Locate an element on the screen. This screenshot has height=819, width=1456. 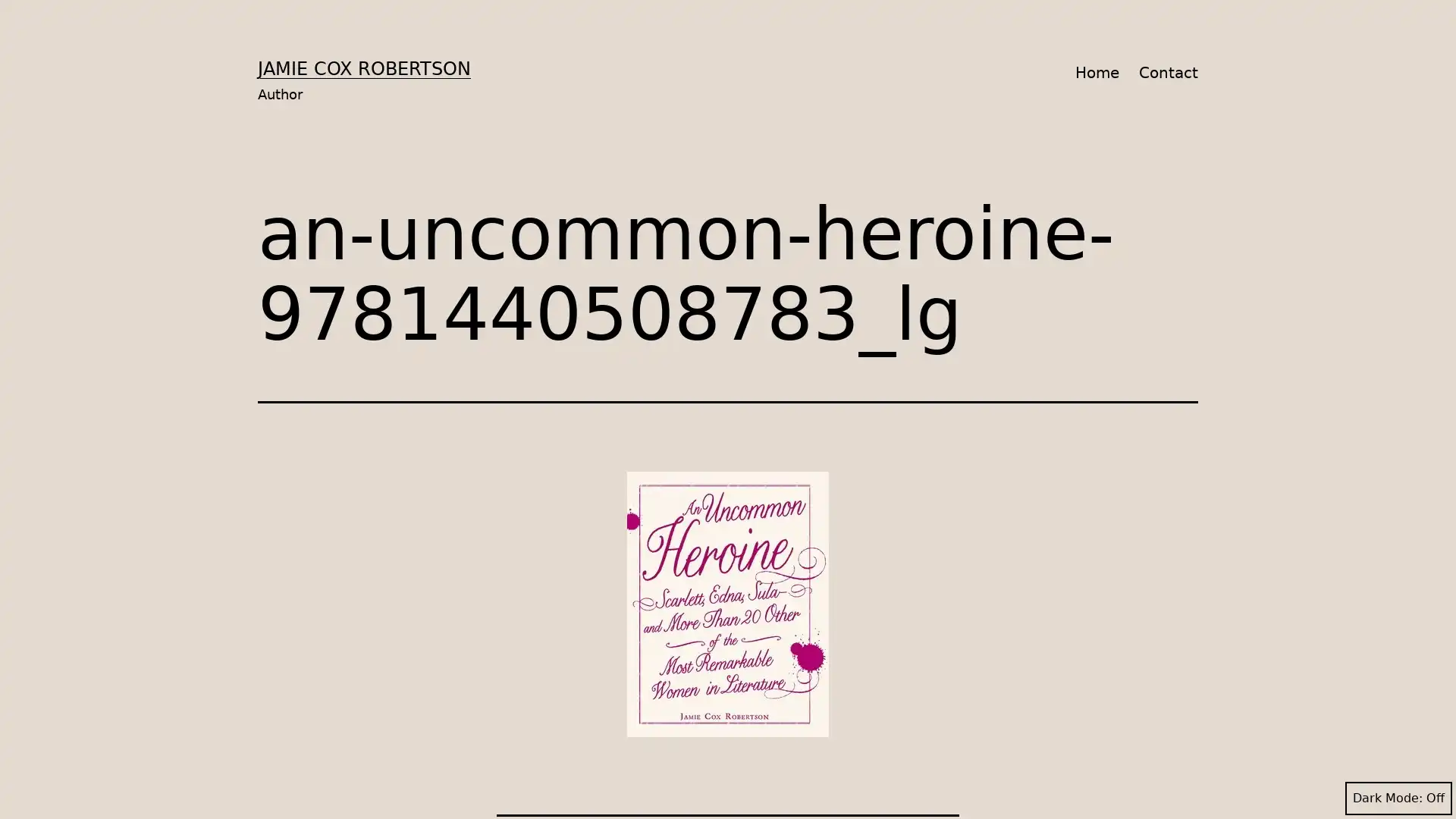
Dark Mode: is located at coordinates (1398, 798).